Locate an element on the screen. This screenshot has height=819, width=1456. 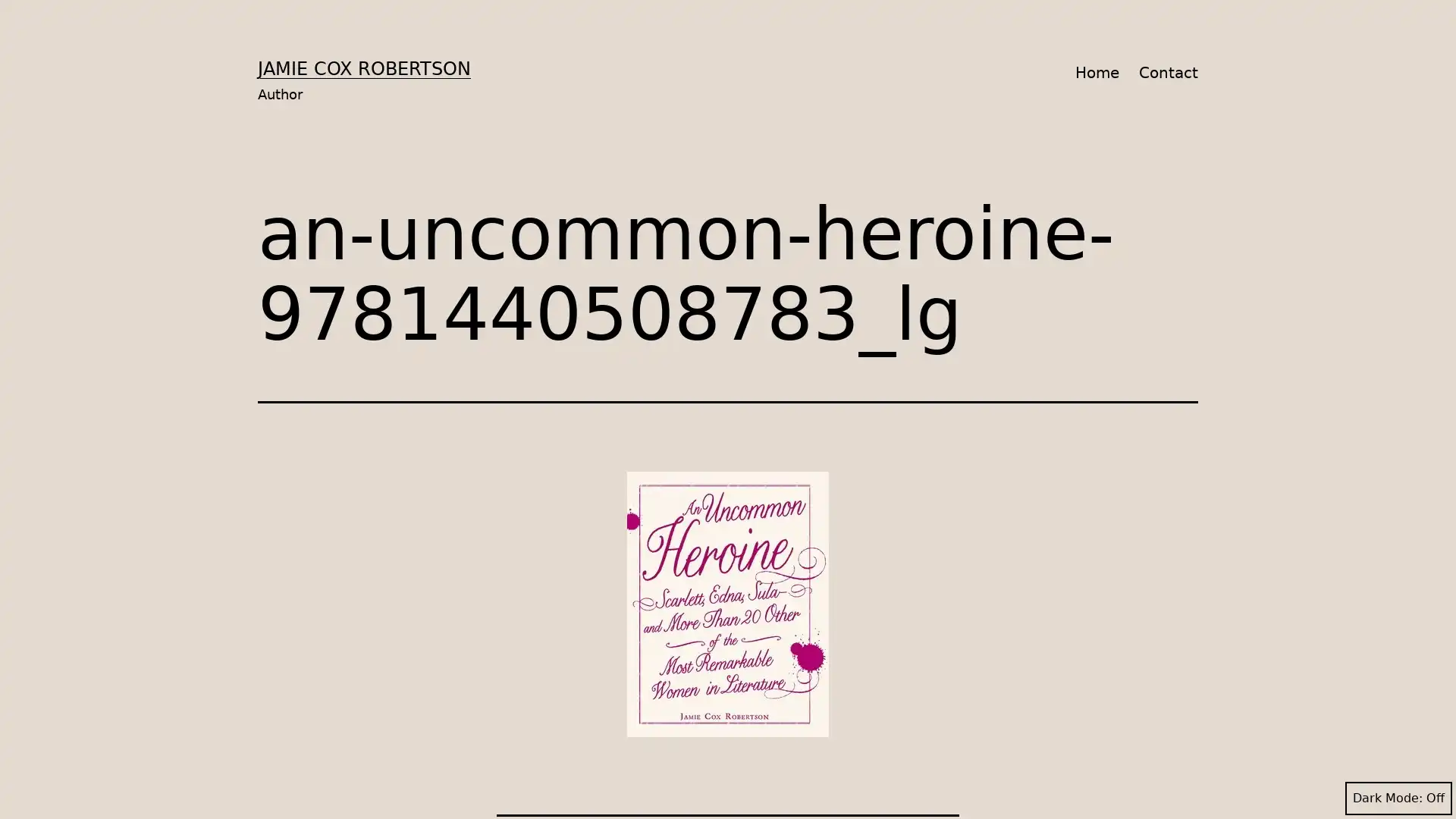
Dark Mode: is located at coordinates (1398, 798).